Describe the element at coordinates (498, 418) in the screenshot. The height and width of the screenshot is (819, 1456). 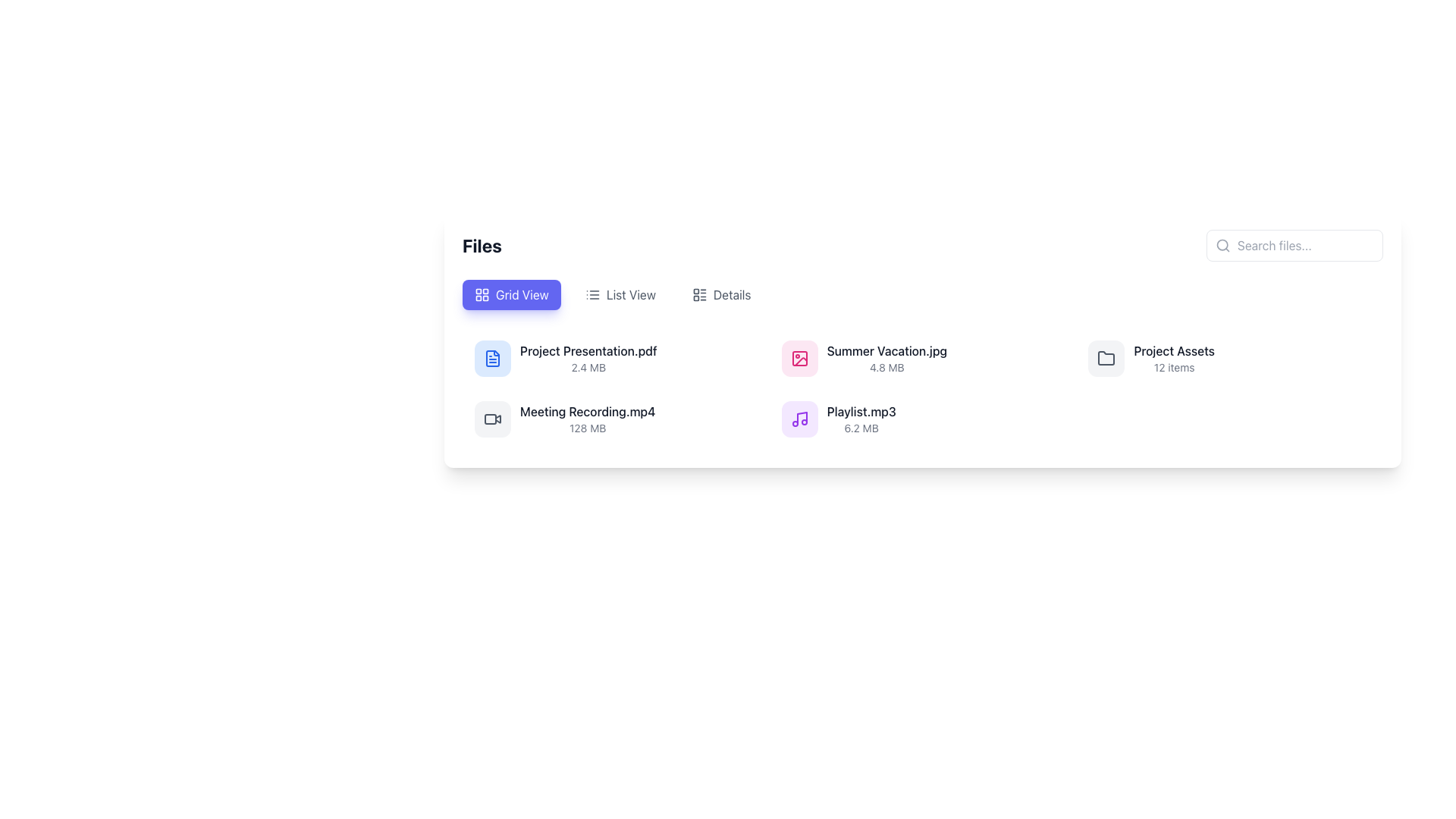
I see `the decorative vector graphic in the icon for the 'Meeting Recording.mp4' file, which indicates the video format of the file` at that location.